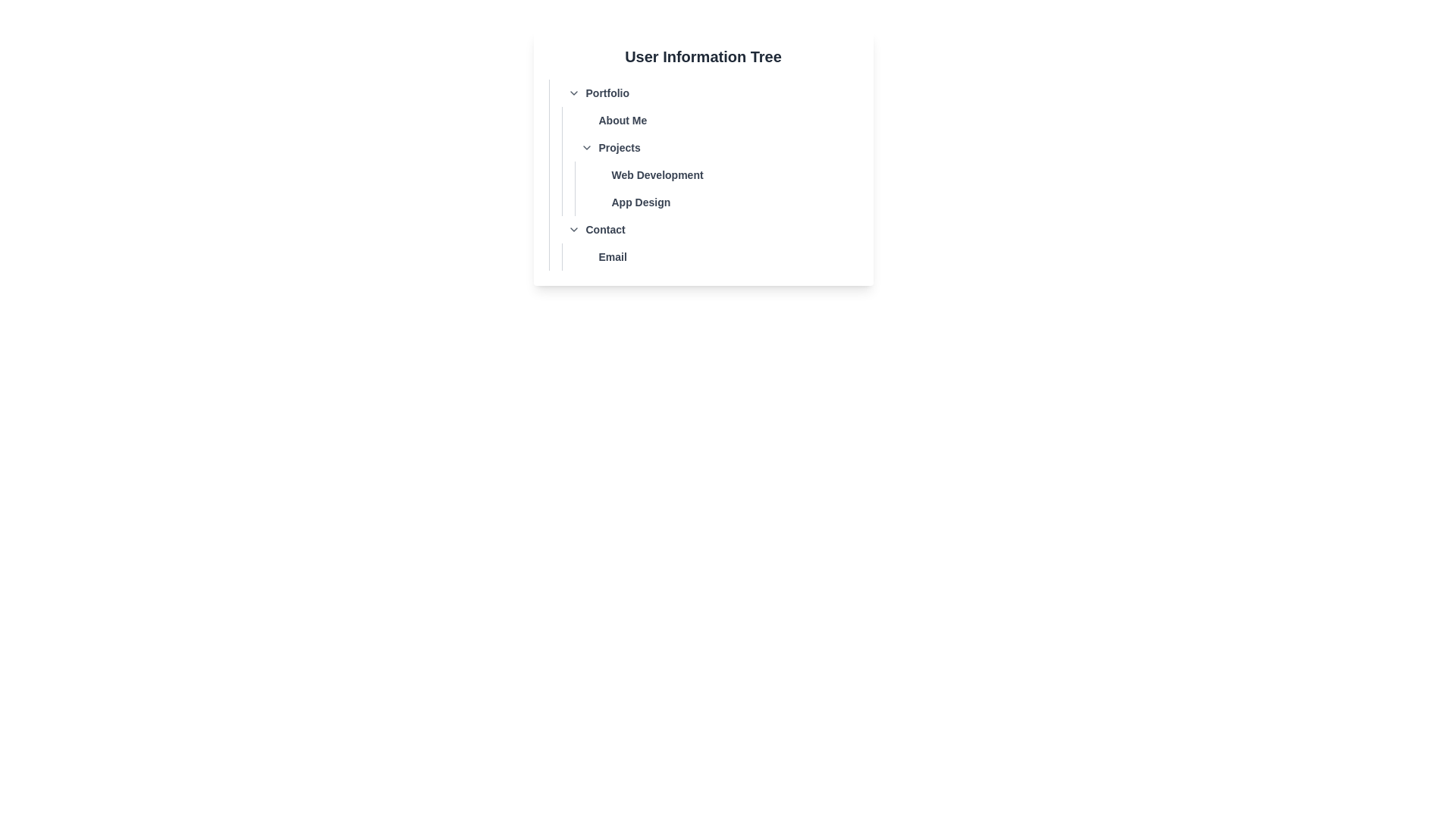 The width and height of the screenshot is (1456, 819). What do you see at coordinates (573, 93) in the screenshot?
I see `the button that expands or collapses the 'Portfolio' menu, located to the left of the text 'Portfolio'` at bounding box center [573, 93].